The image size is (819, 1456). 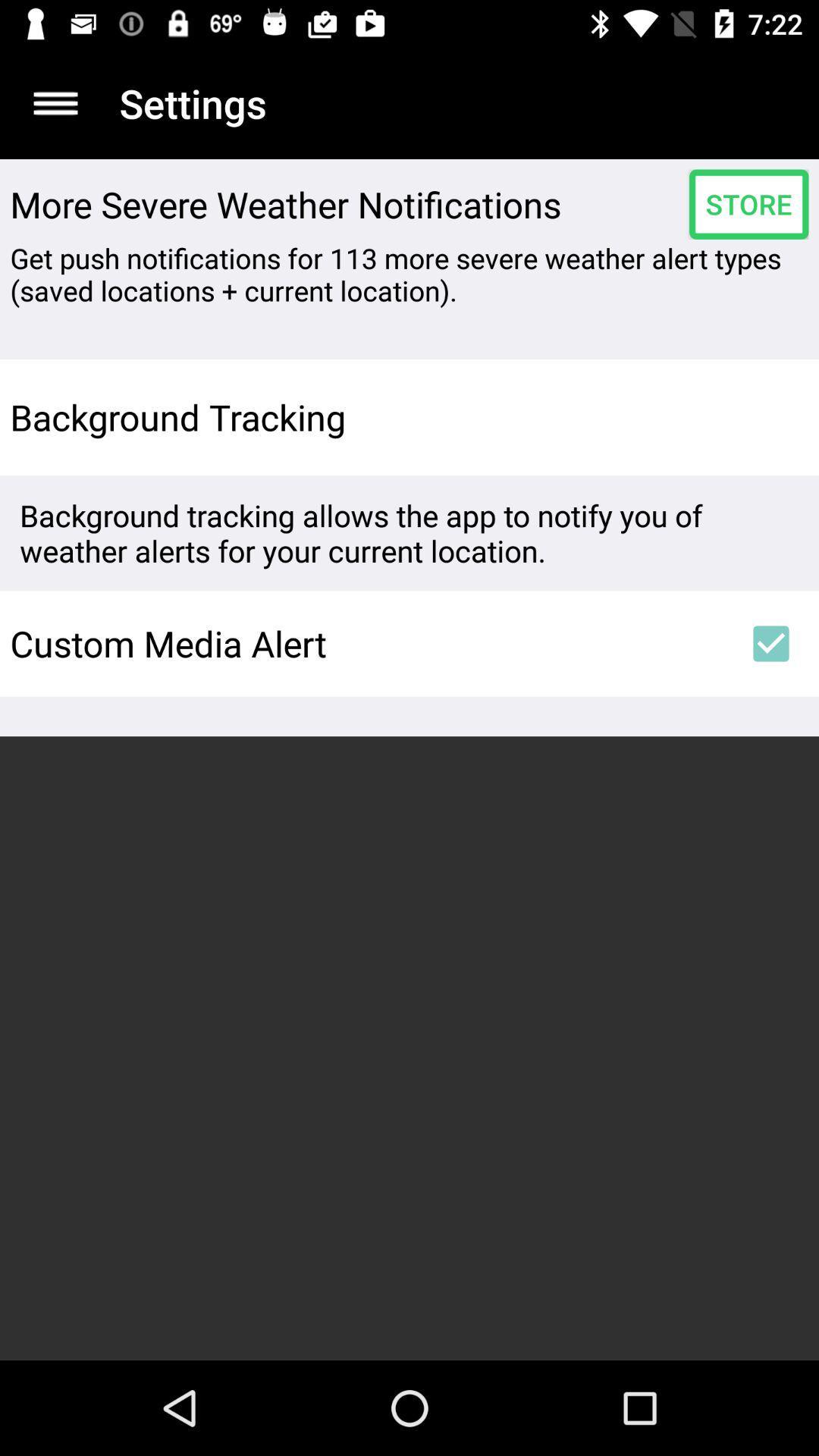 What do you see at coordinates (771, 644) in the screenshot?
I see `icon to the right of the custom media alert item` at bounding box center [771, 644].